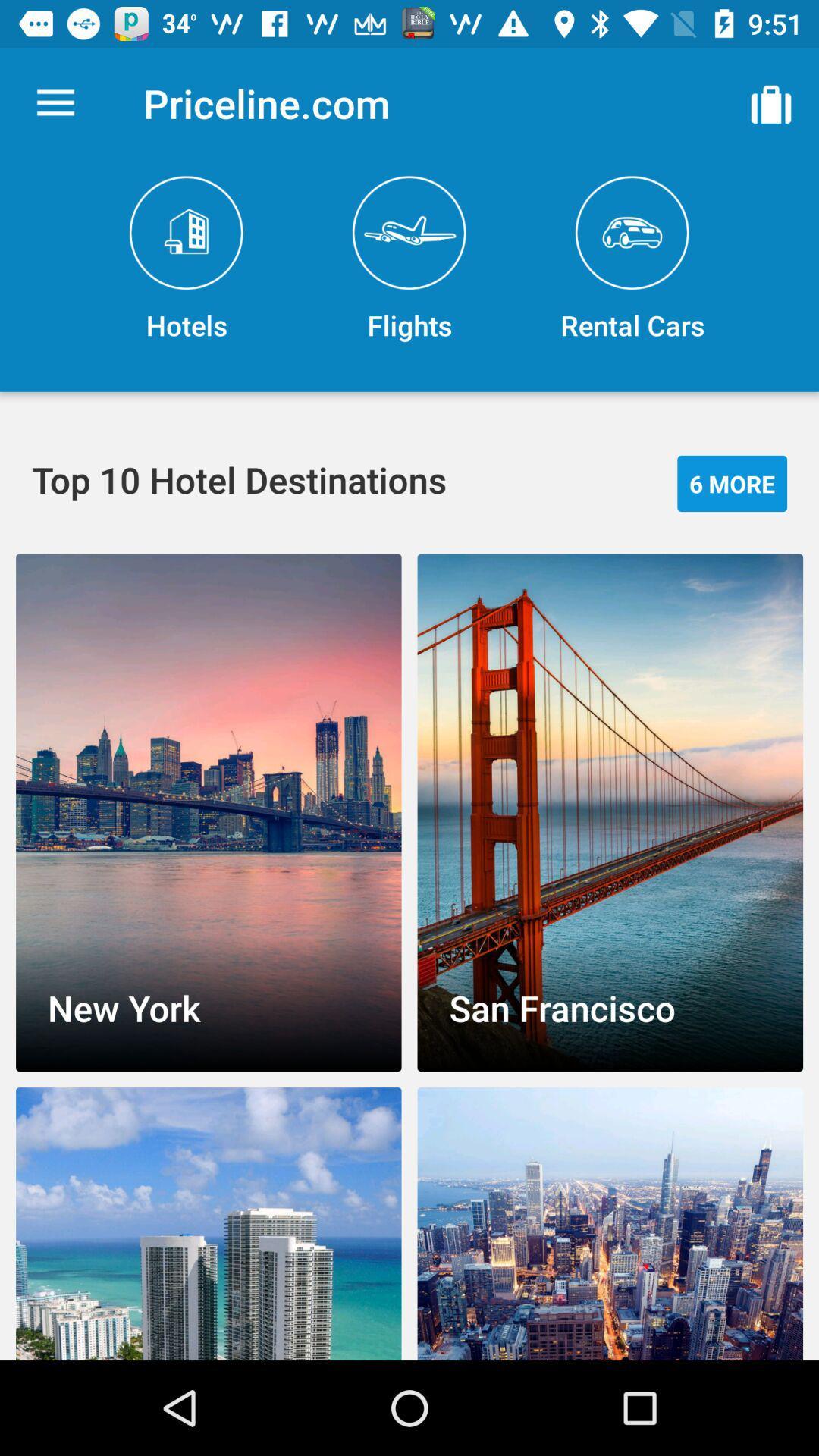  What do you see at coordinates (186, 259) in the screenshot?
I see `item above the top 10 hotel` at bounding box center [186, 259].